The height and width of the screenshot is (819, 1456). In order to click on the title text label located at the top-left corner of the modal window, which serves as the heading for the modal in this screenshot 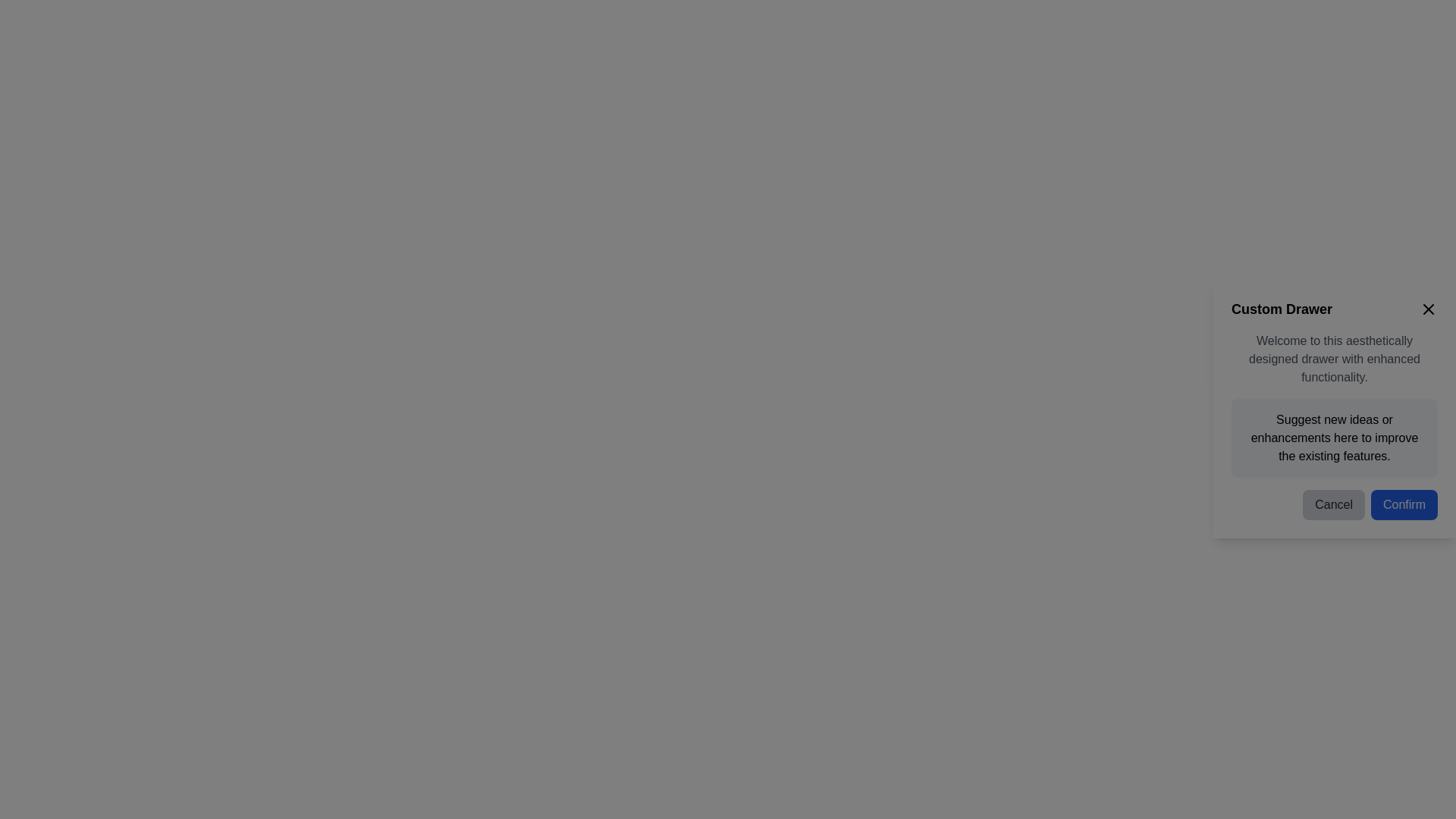, I will do `click(1281, 309)`.